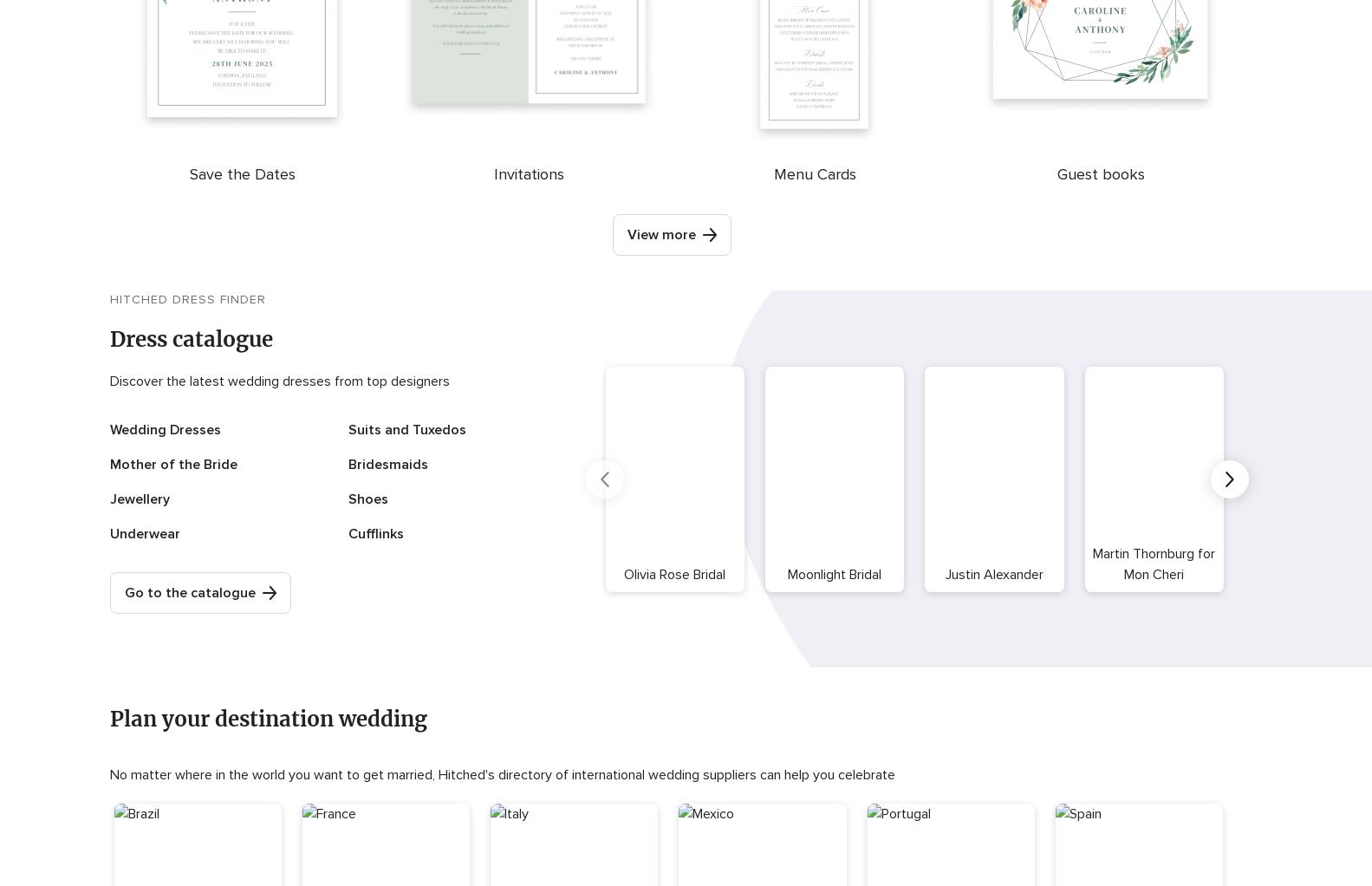  Describe the element at coordinates (187, 299) in the screenshot. I see `'Hitched dress finder'` at that location.